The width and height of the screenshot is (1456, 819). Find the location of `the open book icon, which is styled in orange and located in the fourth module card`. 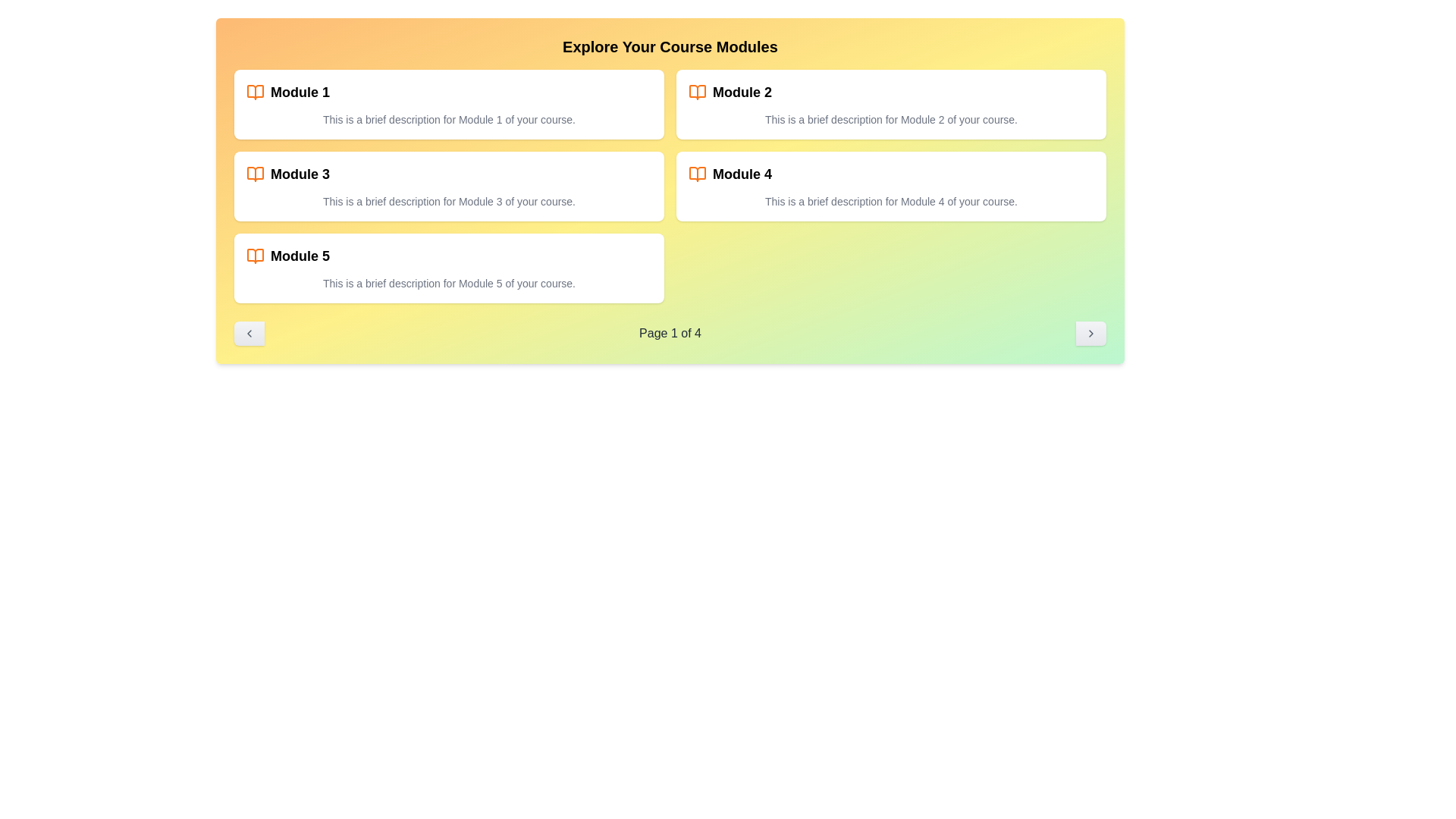

the open book icon, which is styled in orange and located in the fourth module card is located at coordinates (697, 174).